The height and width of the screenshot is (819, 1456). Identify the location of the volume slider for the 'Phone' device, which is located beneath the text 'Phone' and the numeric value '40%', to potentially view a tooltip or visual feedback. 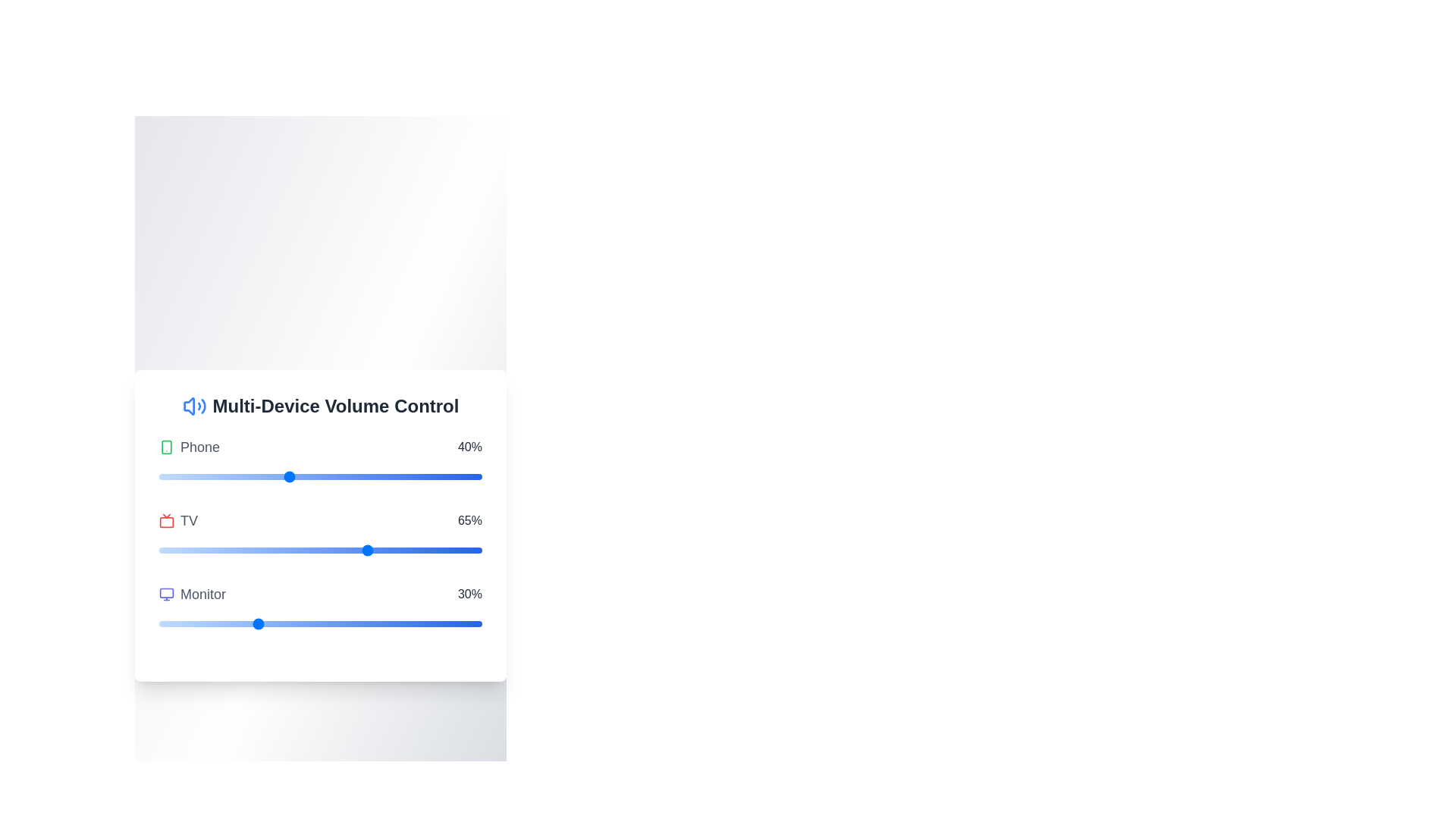
(319, 475).